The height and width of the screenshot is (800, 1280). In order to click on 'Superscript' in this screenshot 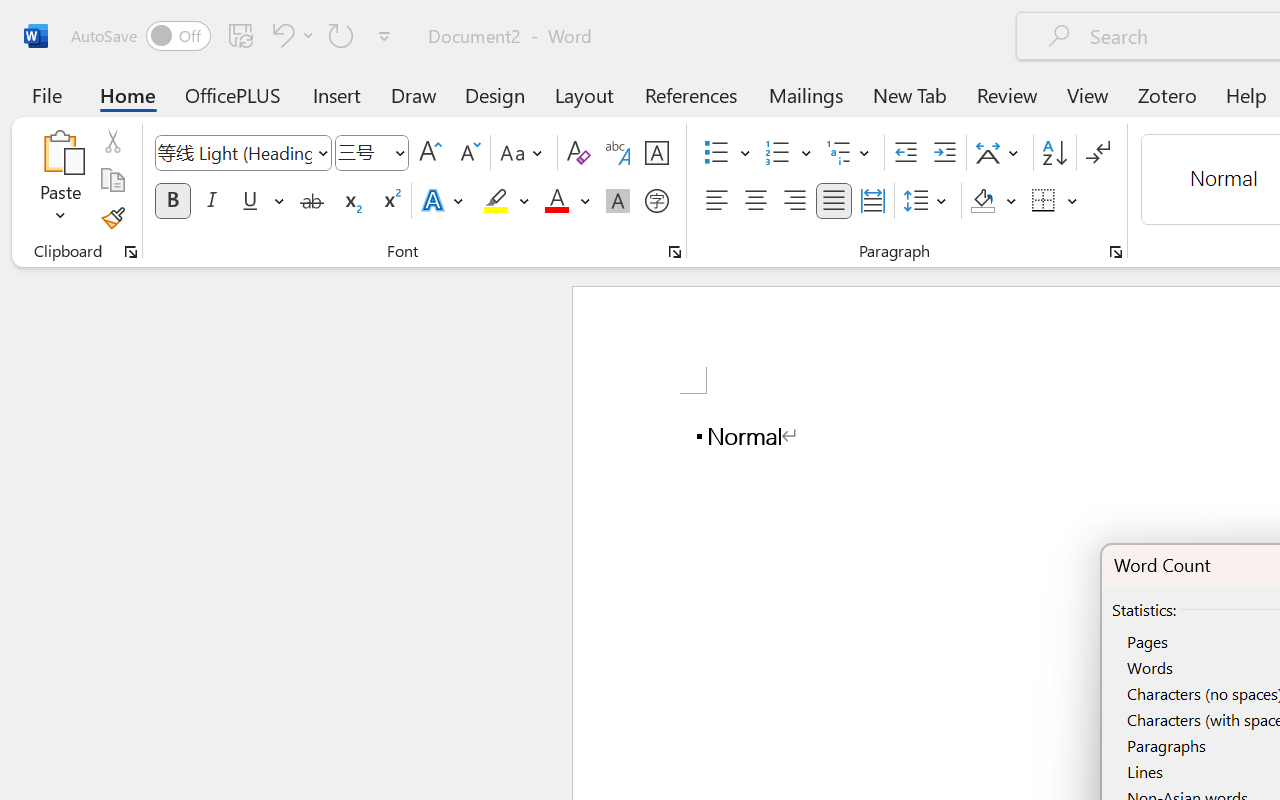, I will do `click(390, 201)`.